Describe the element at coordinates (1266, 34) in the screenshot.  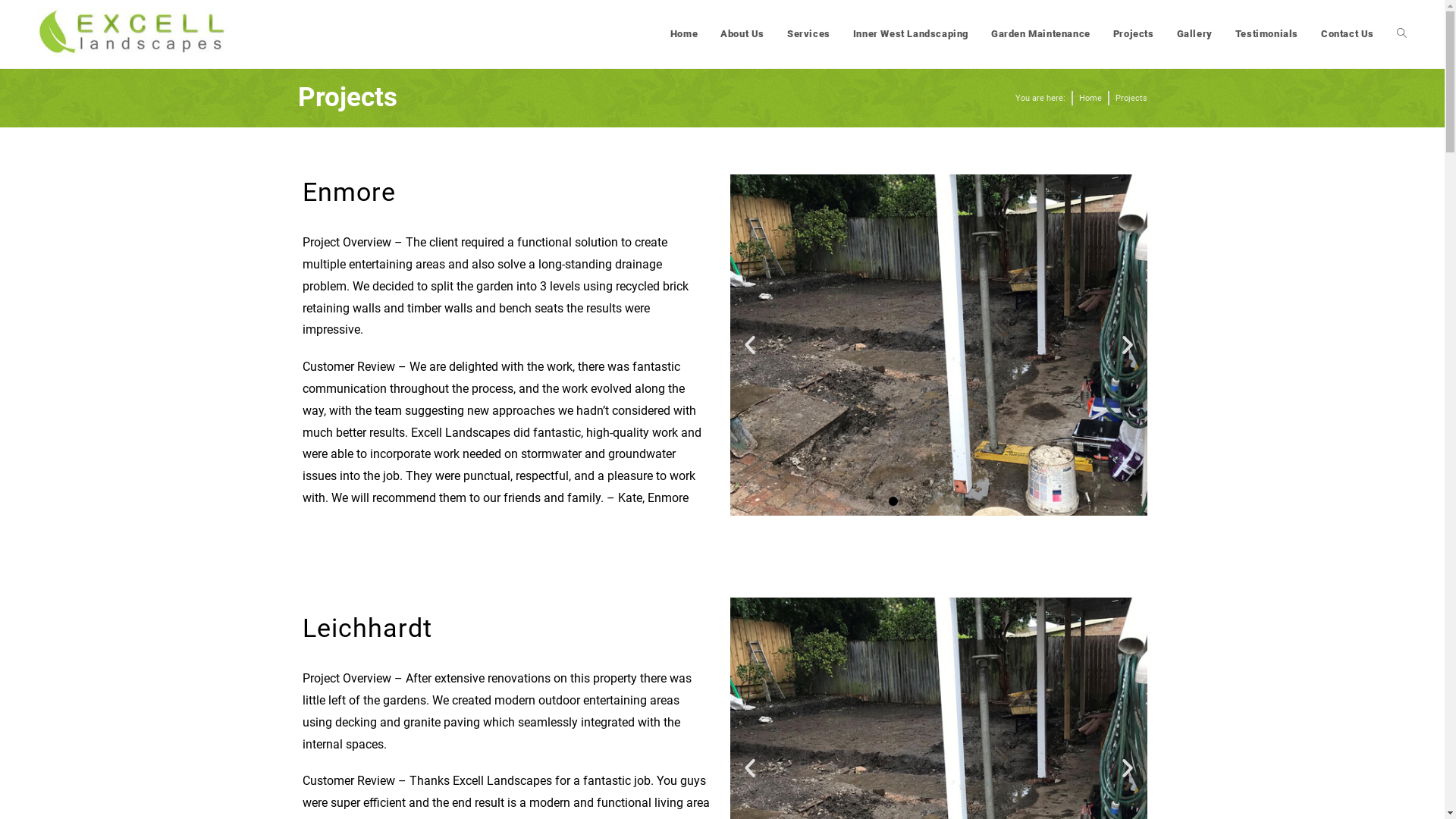
I see `'Testimonials'` at that location.